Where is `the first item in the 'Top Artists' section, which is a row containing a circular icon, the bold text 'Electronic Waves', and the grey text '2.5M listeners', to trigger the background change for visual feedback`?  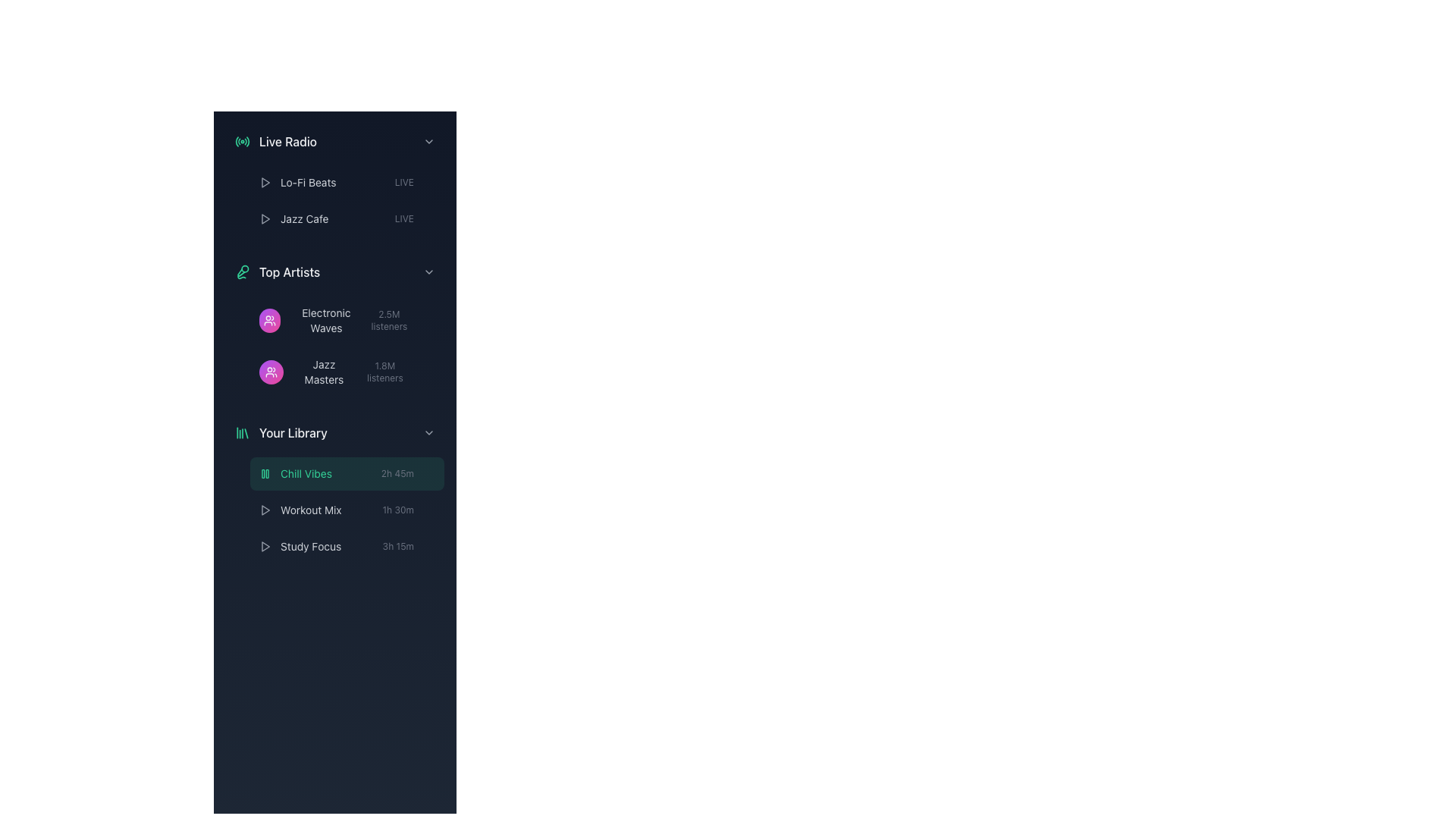 the first item in the 'Top Artists' section, which is a row containing a circular icon, the bold text 'Electronic Waves', and the grey text '2.5M listeners', to trigger the background change for visual feedback is located at coordinates (346, 320).